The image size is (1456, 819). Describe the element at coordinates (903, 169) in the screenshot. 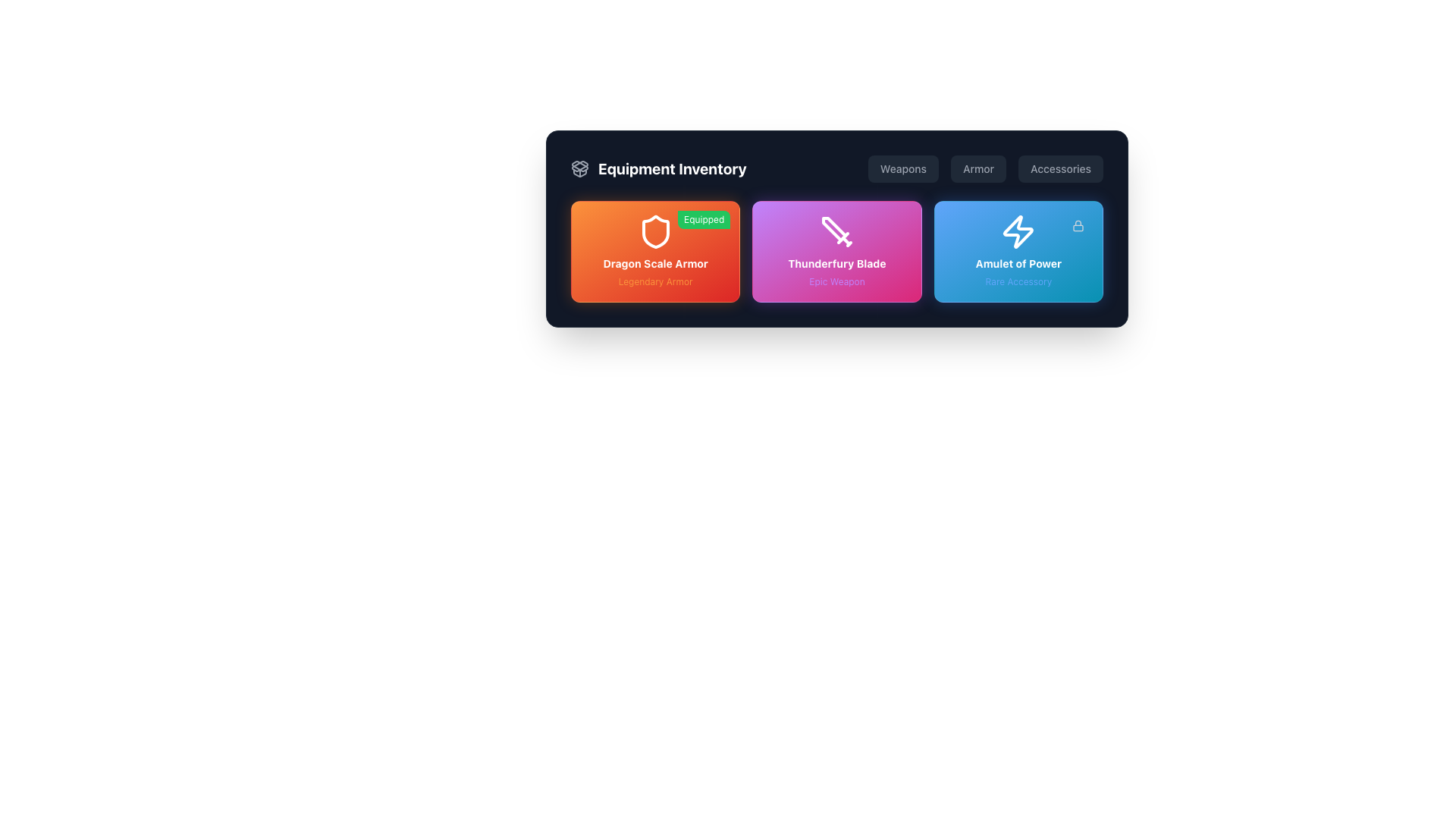

I see `the 'Weapons' button, which is the first button in a row of three, featuring a dark gray background and gray text that changes to white on hover` at that location.